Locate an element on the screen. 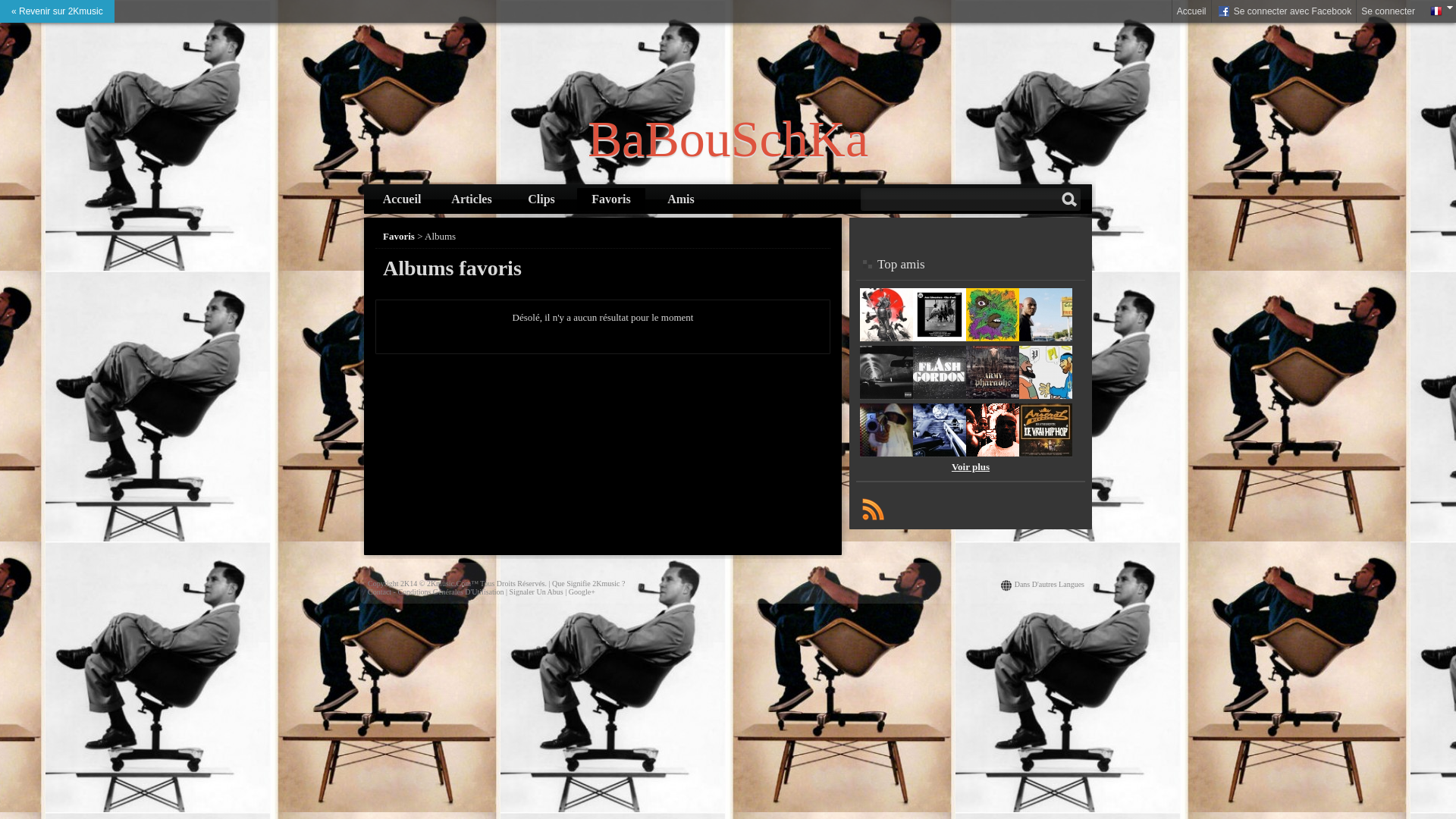  'Signaler Un Abus' is located at coordinates (536, 591).